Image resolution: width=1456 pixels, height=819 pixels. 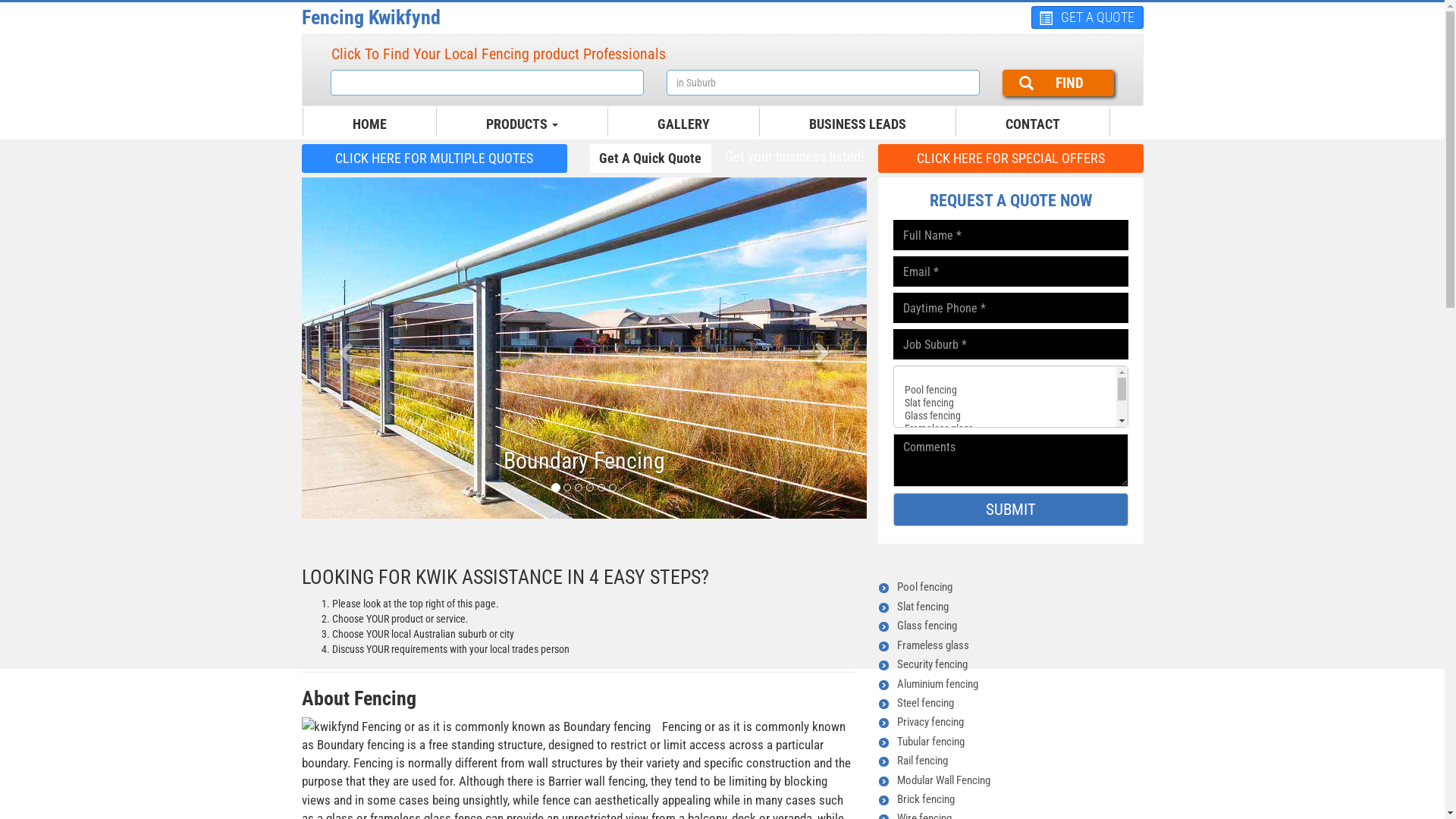 What do you see at coordinates (522, 124) in the screenshot?
I see `'PRODUCTS'` at bounding box center [522, 124].